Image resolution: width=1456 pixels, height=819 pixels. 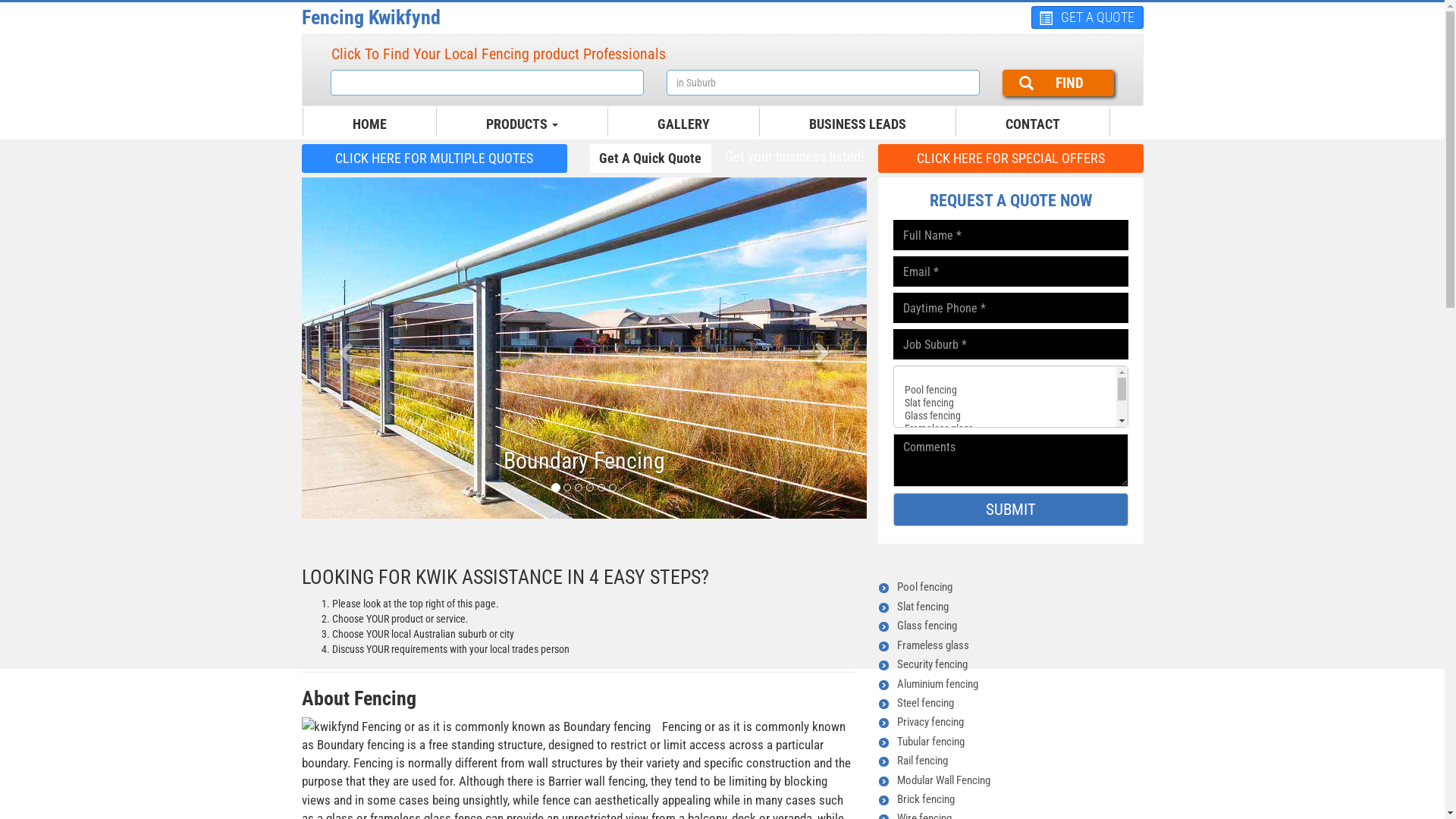 What do you see at coordinates (522, 124) in the screenshot?
I see `'PRODUCTS'` at bounding box center [522, 124].